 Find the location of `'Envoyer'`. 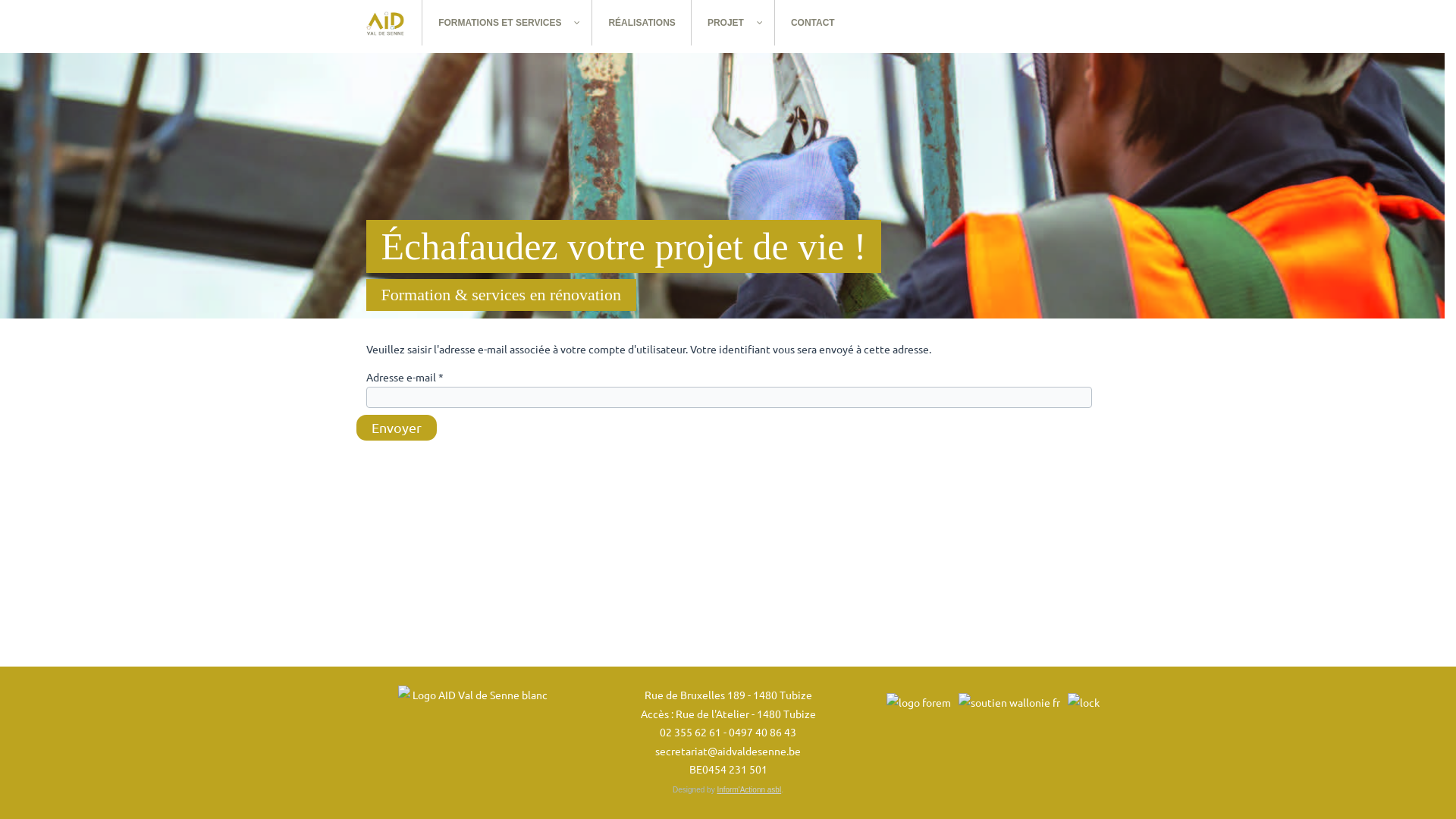

'Envoyer' is located at coordinates (397, 427).